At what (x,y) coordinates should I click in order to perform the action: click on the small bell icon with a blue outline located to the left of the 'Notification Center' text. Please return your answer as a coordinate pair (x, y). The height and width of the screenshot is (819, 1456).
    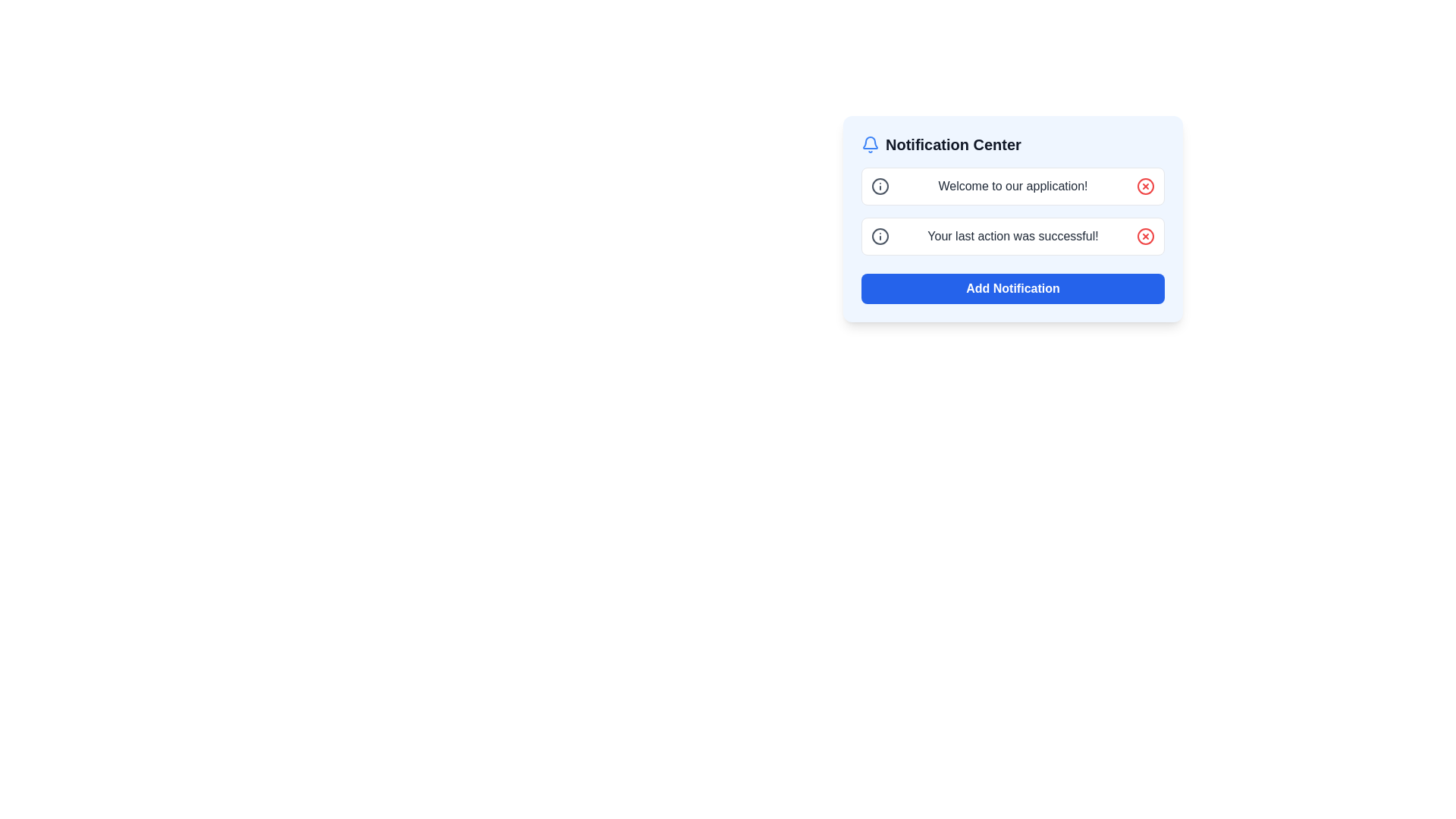
    Looking at the image, I should click on (870, 145).